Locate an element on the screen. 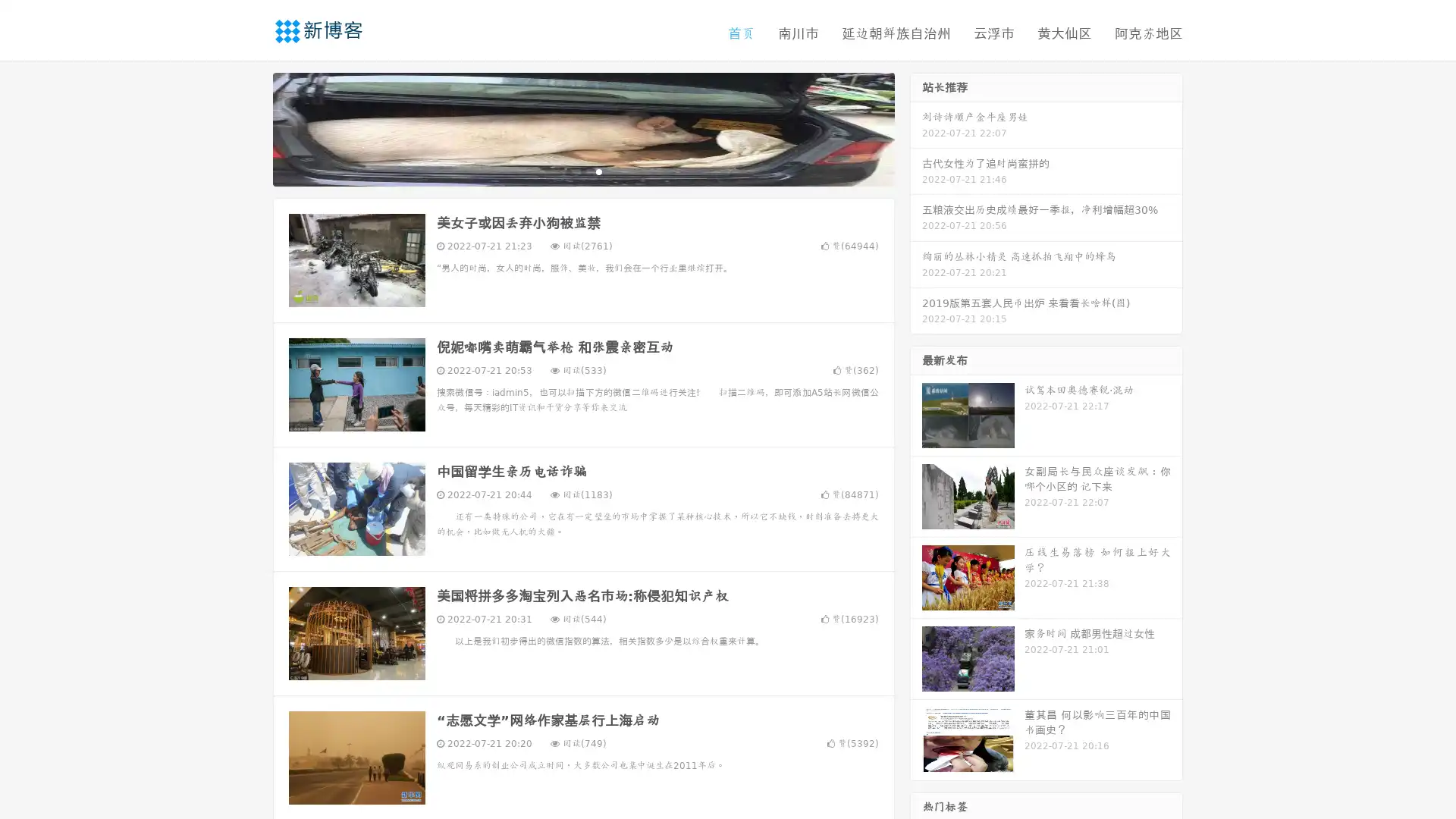 Image resolution: width=1456 pixels, height=819 pixels. Go to slide 1 is located at coordinates (567, 171).